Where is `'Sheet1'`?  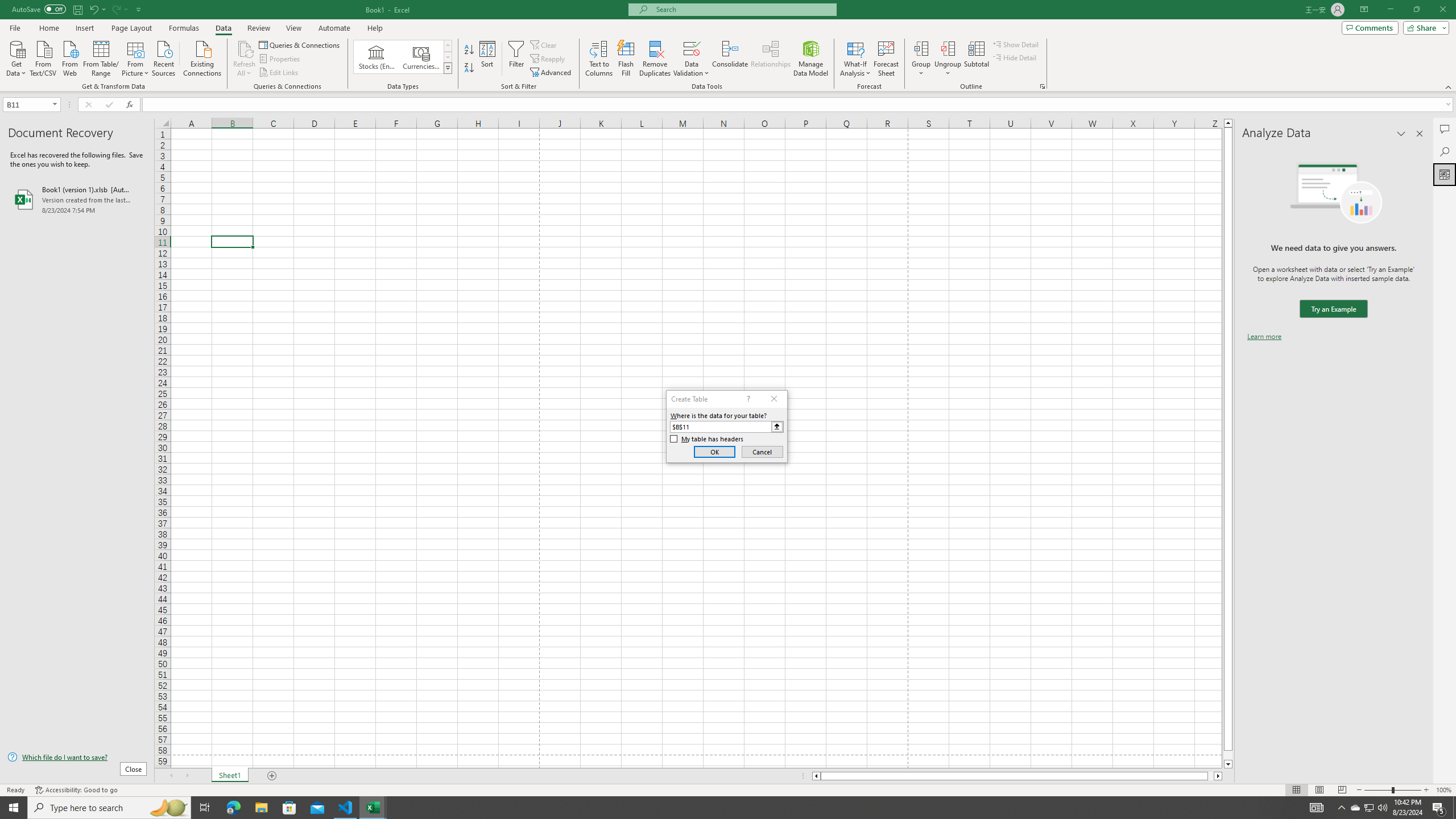
'Sheet1' is located at coordinates (229, 775).